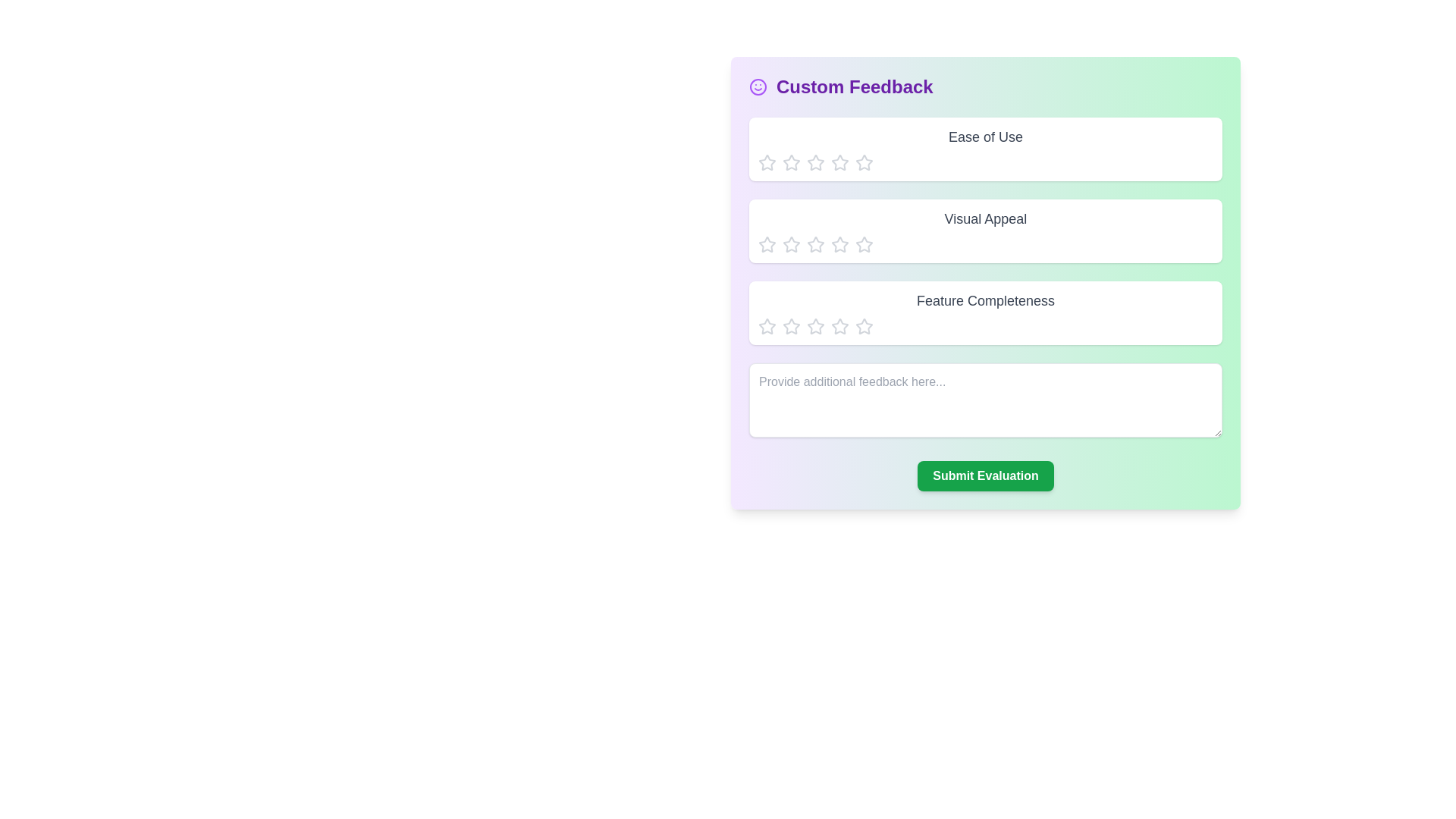 Image resolution: width=1456 pixels, height=819 pixels. What do you see at coordinates (986, 475) in the screenshot?
I see `'Submit Evaluation' button to submit the feedback` at bounding box center [986, 475].